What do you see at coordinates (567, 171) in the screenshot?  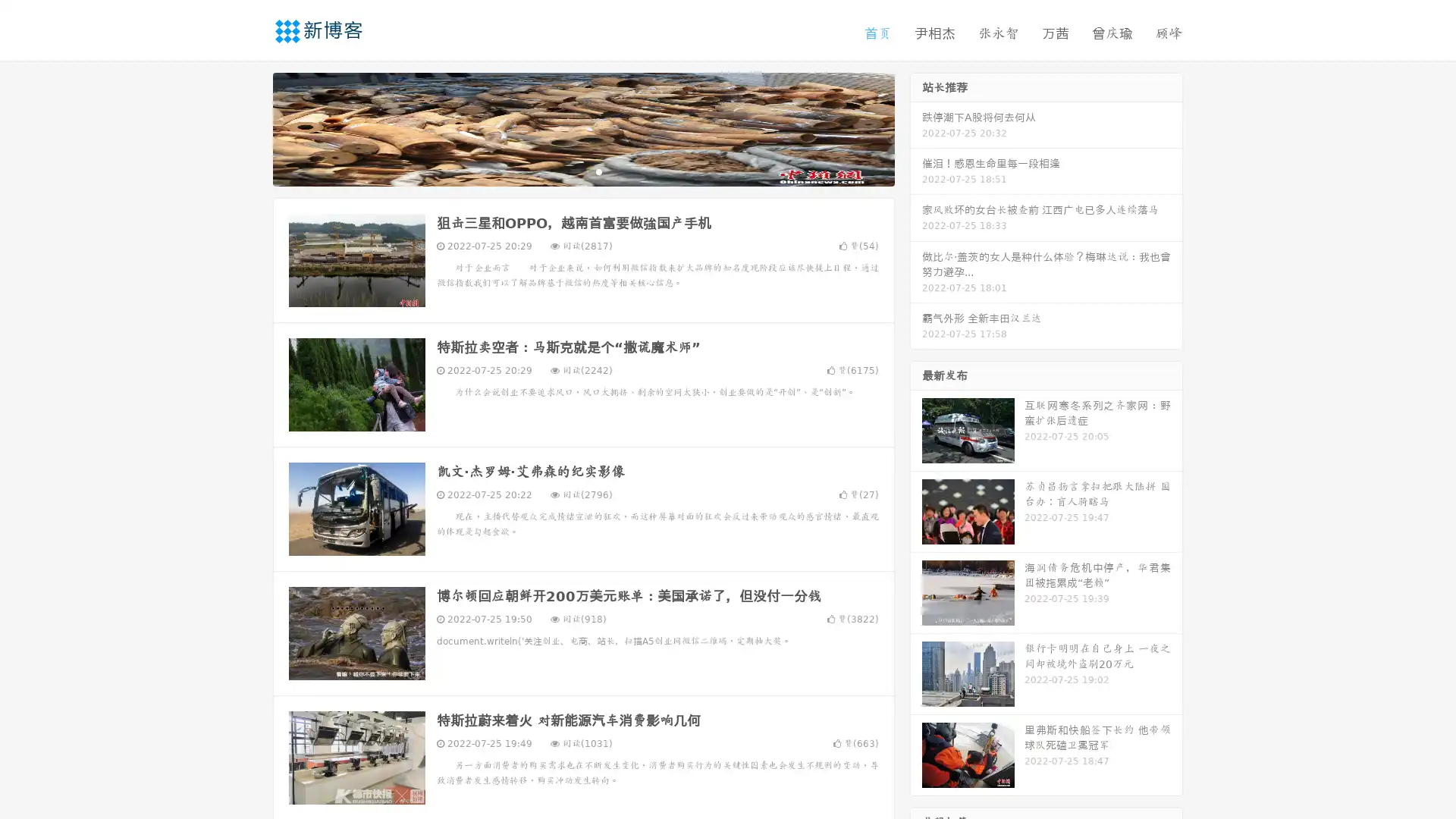 I see `Go to slide 1` at bounding box center [567, 171].